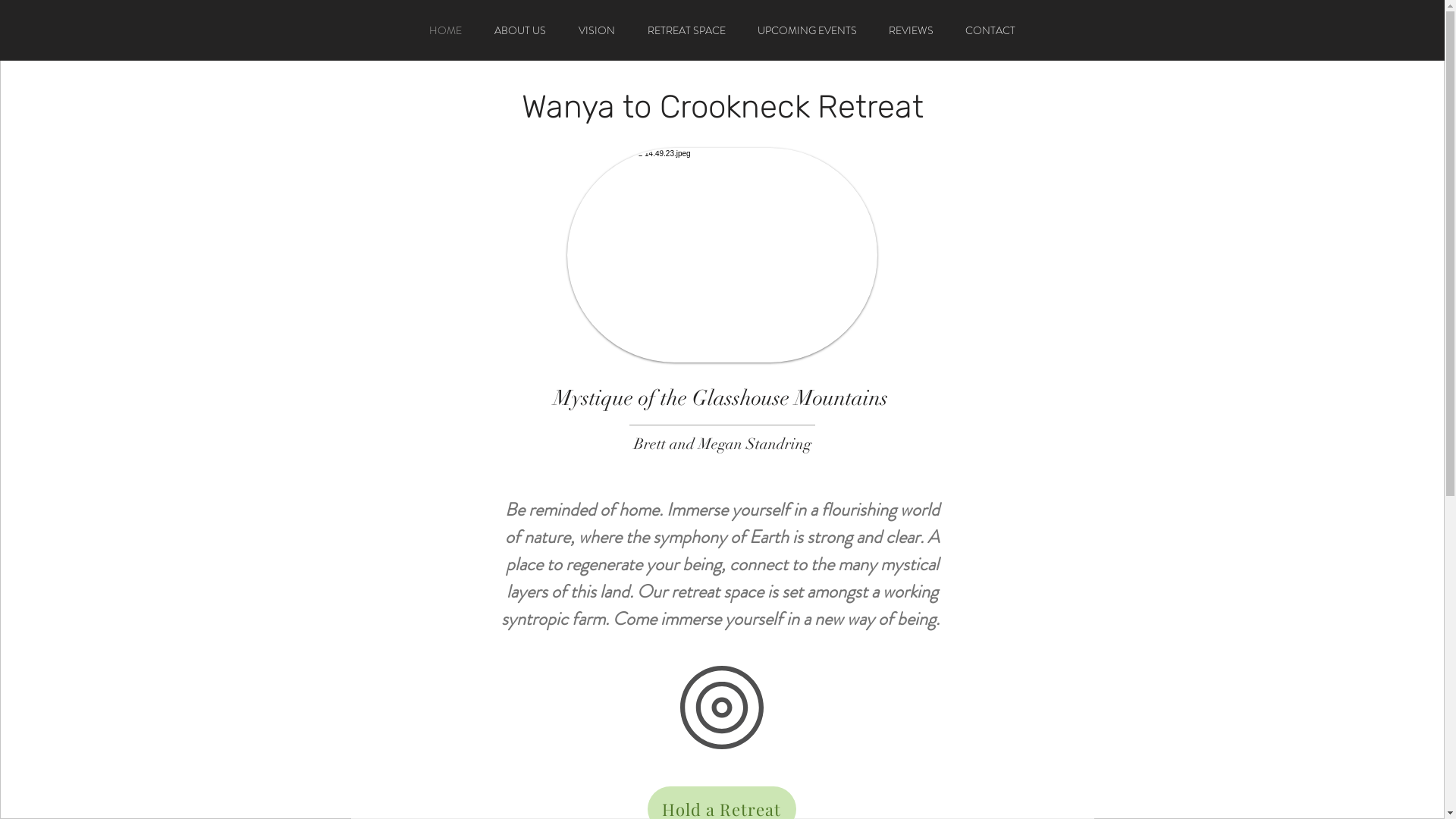 The image size is (1456, 819). Describe the element at coordinates (742, 30) in the screenshot. I see `'UPCOMING EVENTS'` at that location.